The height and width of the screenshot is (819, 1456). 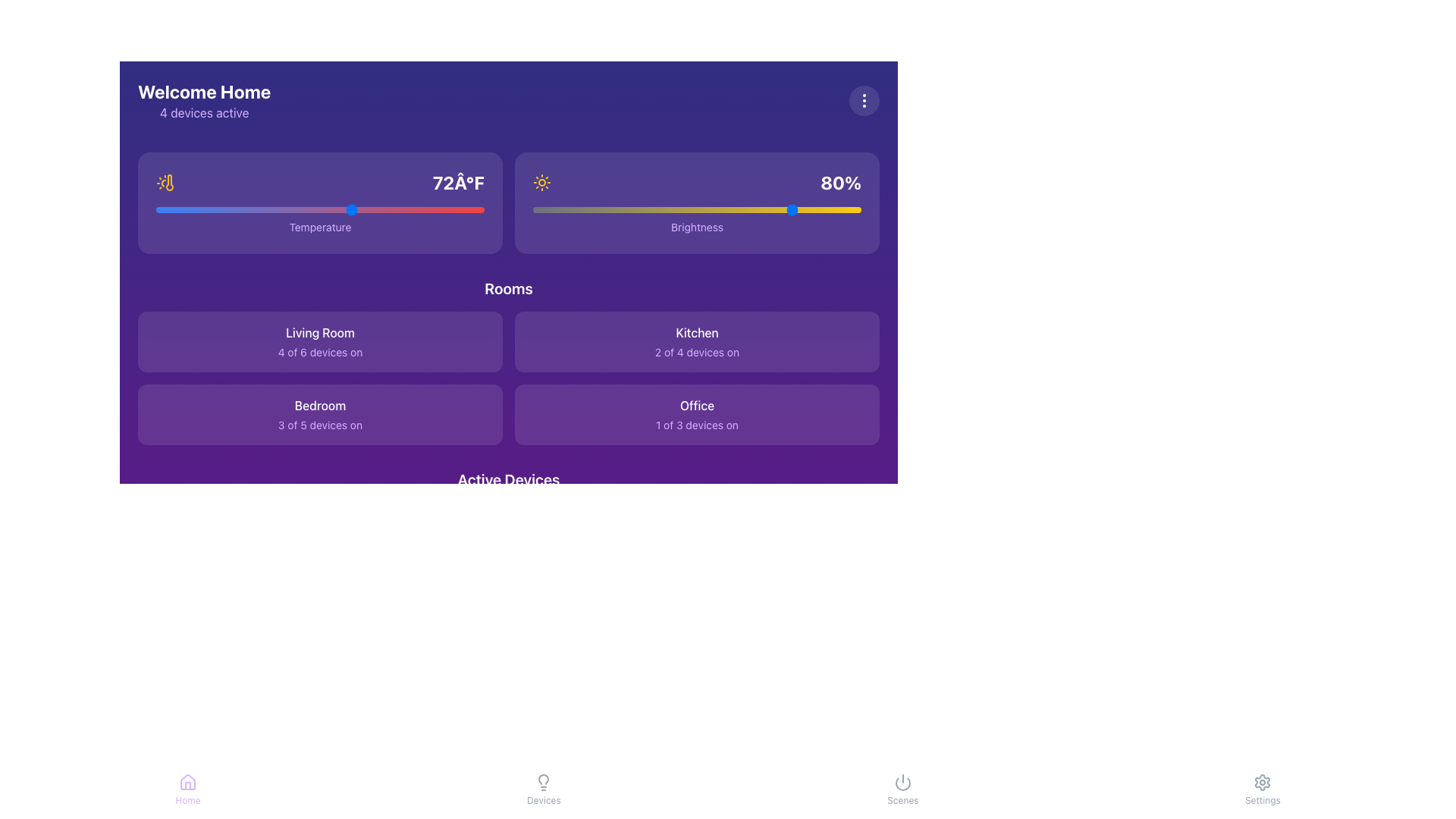 I want to click on brightness level, so click(x=565, y=210).